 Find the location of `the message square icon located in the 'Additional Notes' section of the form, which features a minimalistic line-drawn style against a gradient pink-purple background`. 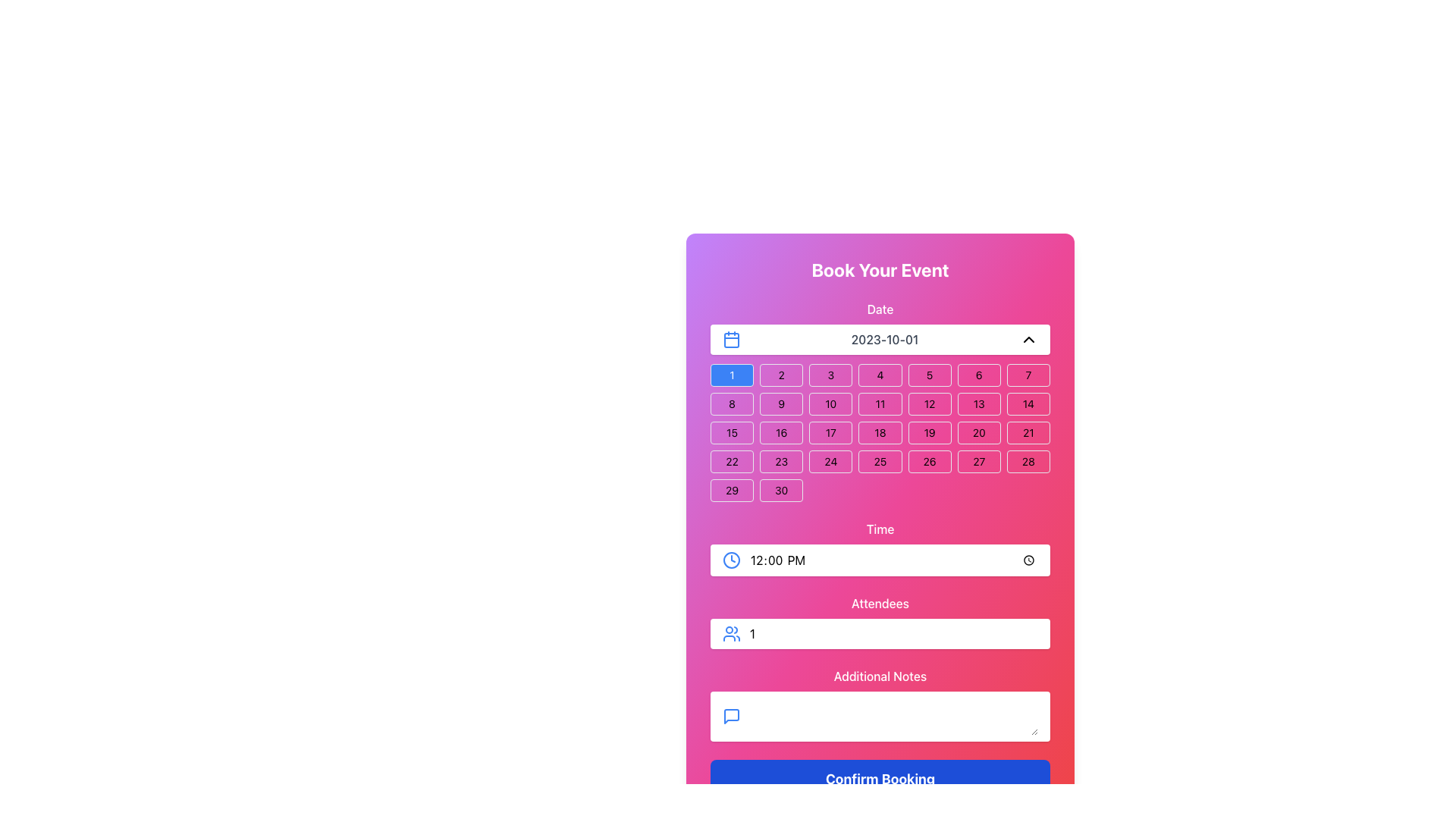

the message square icon located in the 'Additional Notes' section of the form, which features a minimalistic line-drawn style against a gradient pink-purple background is located at coordinates (731, 717).